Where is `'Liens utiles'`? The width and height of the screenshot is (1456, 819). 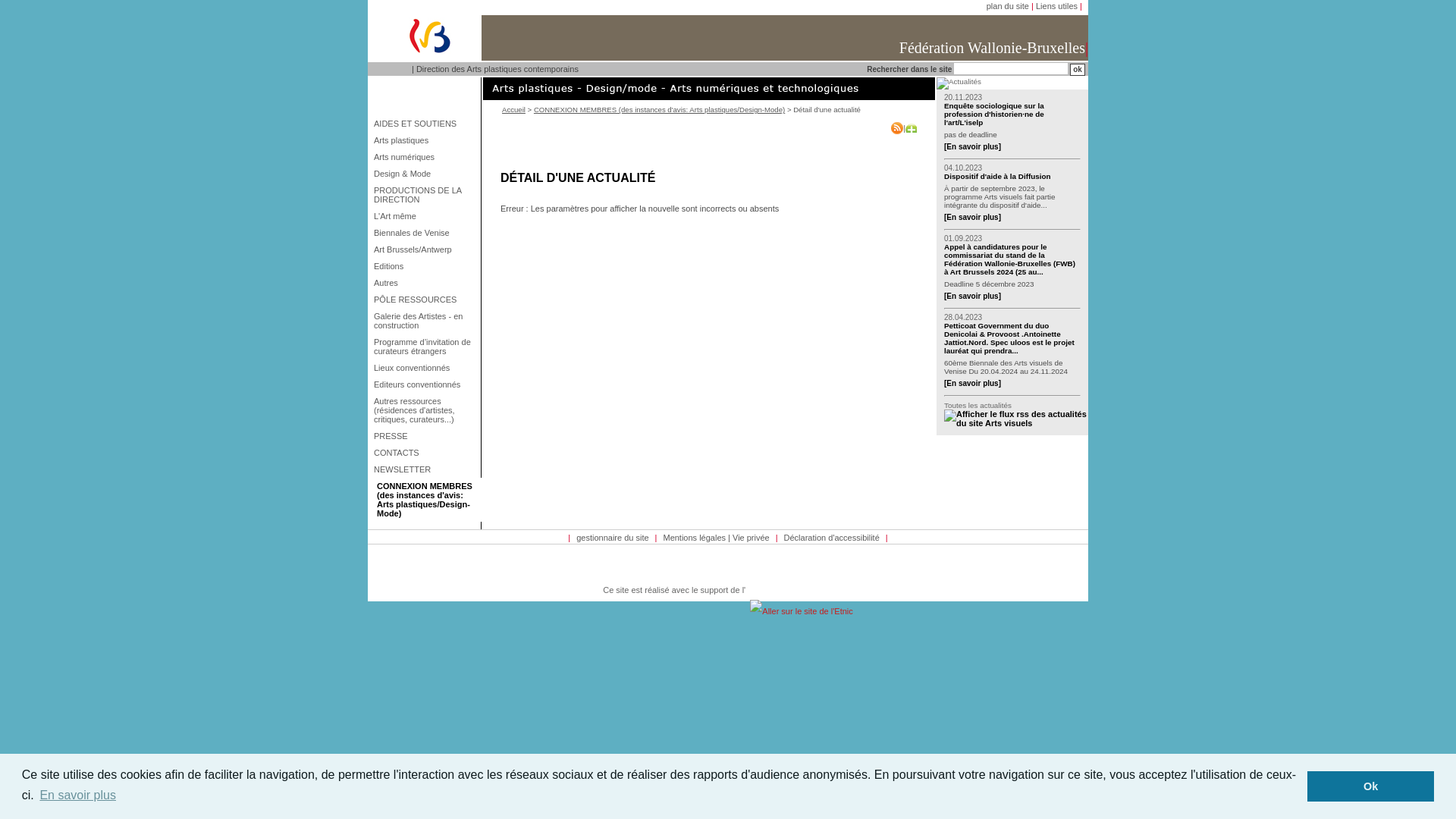 'Liens utiles' is located at coordinates (1056, 5).